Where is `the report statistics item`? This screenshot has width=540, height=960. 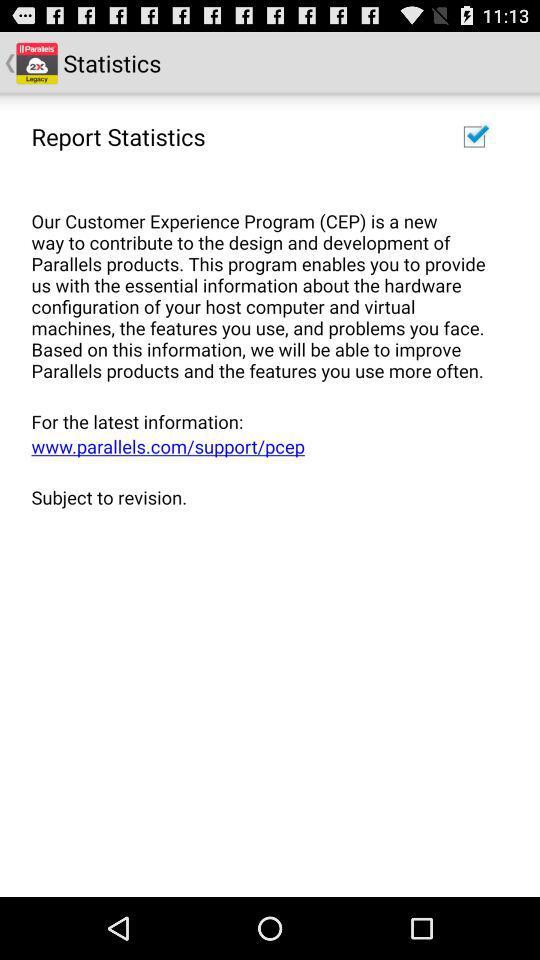
the report statistics item is located at coordinates (118, 135).